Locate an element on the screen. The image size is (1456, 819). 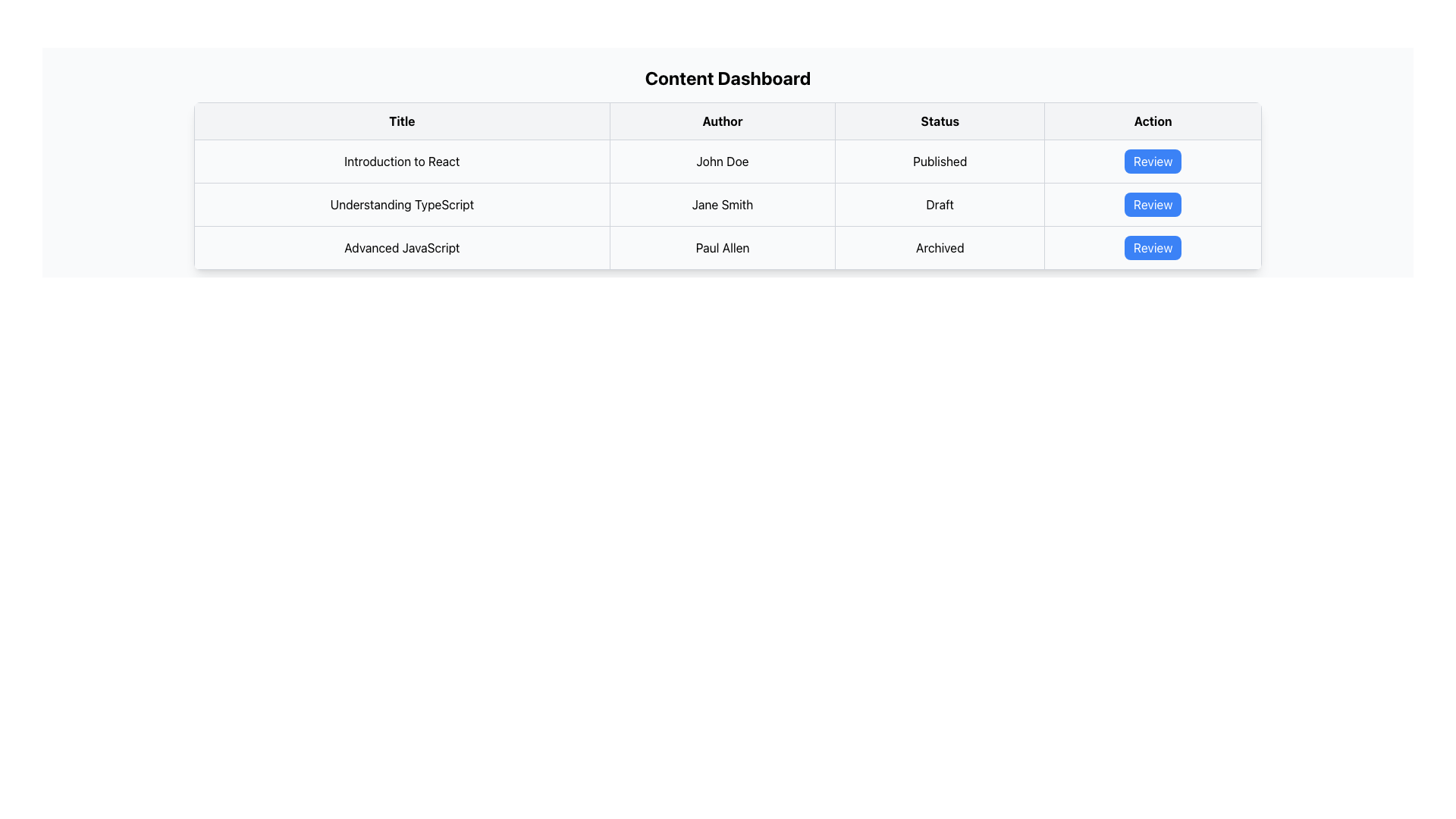
the static text cell displaying 'Jane Smith' in the 'Author' column of the table for the row titled 'Understanding TypeScript' is located at coordinates (721, 205).